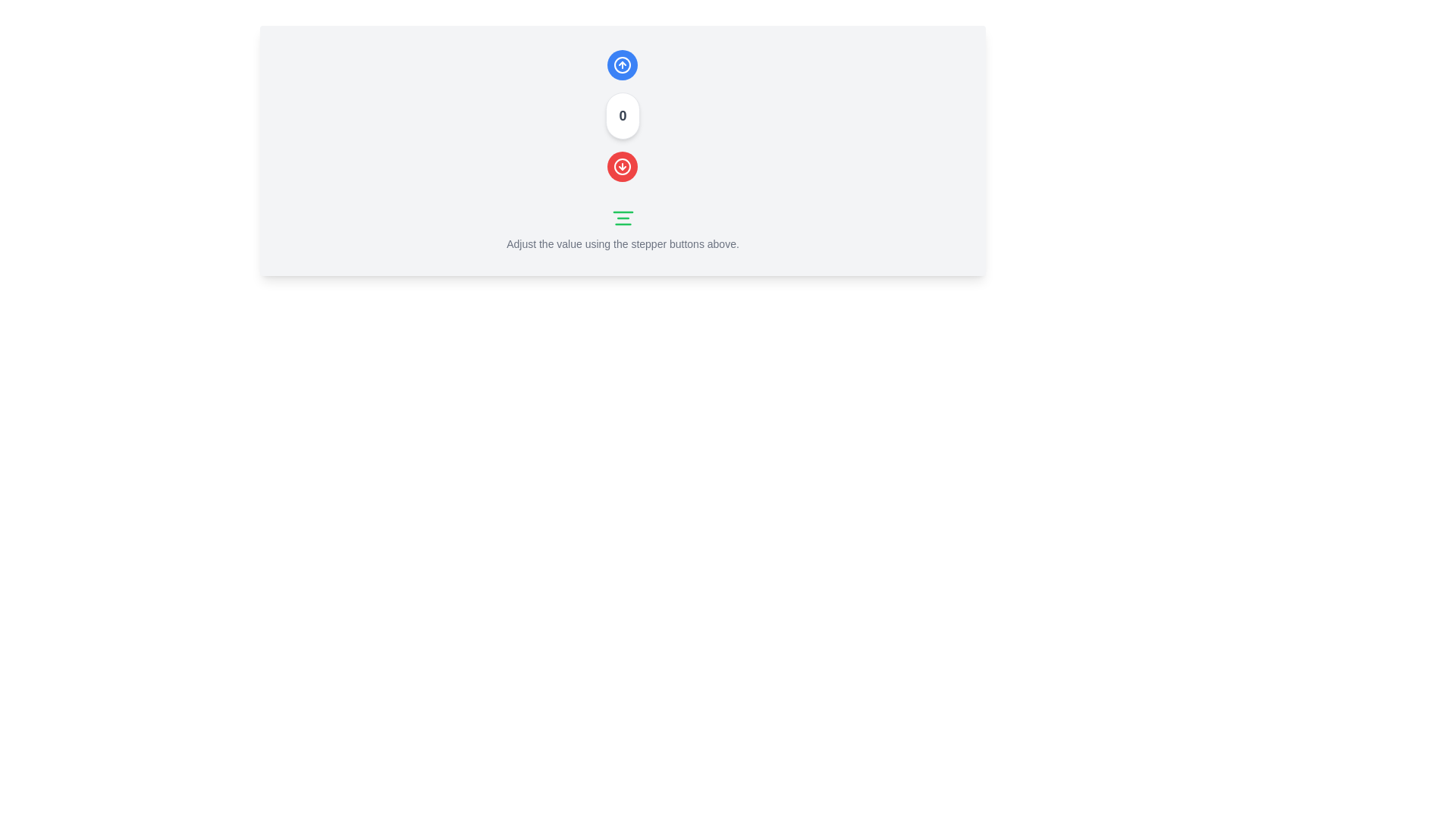 The height and width of the screenshot is (819, 1456). What do you see at coordinates (623, 64) in the screenshot?
I see `the circular blue button with white text and an upwards arrow icon to increment a value` at bounding box center [623, 64].